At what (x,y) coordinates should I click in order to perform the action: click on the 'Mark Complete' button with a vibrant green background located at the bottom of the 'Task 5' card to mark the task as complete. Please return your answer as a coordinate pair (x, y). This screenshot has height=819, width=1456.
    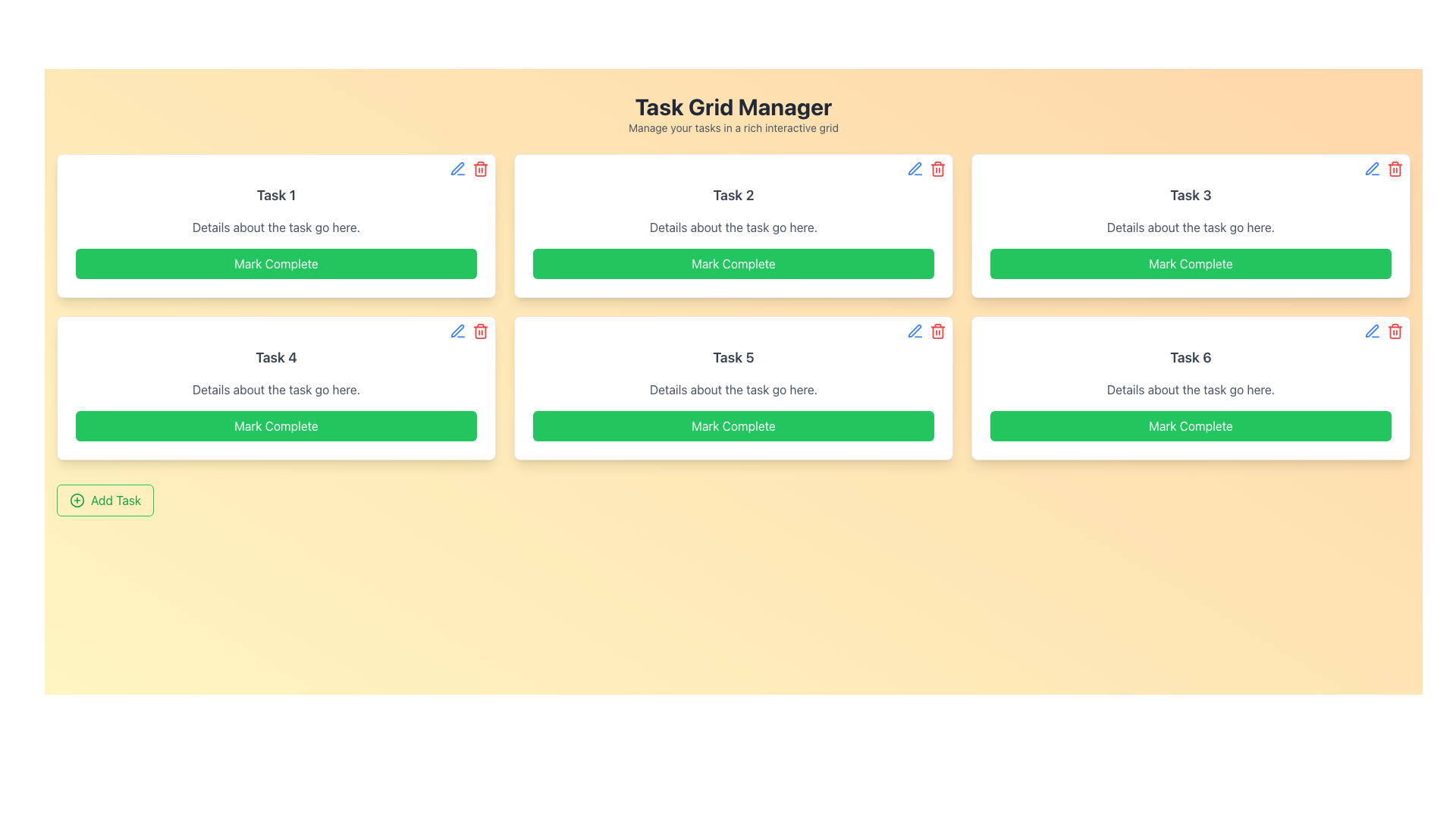
    Looking at the image, I should click on (733, 426).